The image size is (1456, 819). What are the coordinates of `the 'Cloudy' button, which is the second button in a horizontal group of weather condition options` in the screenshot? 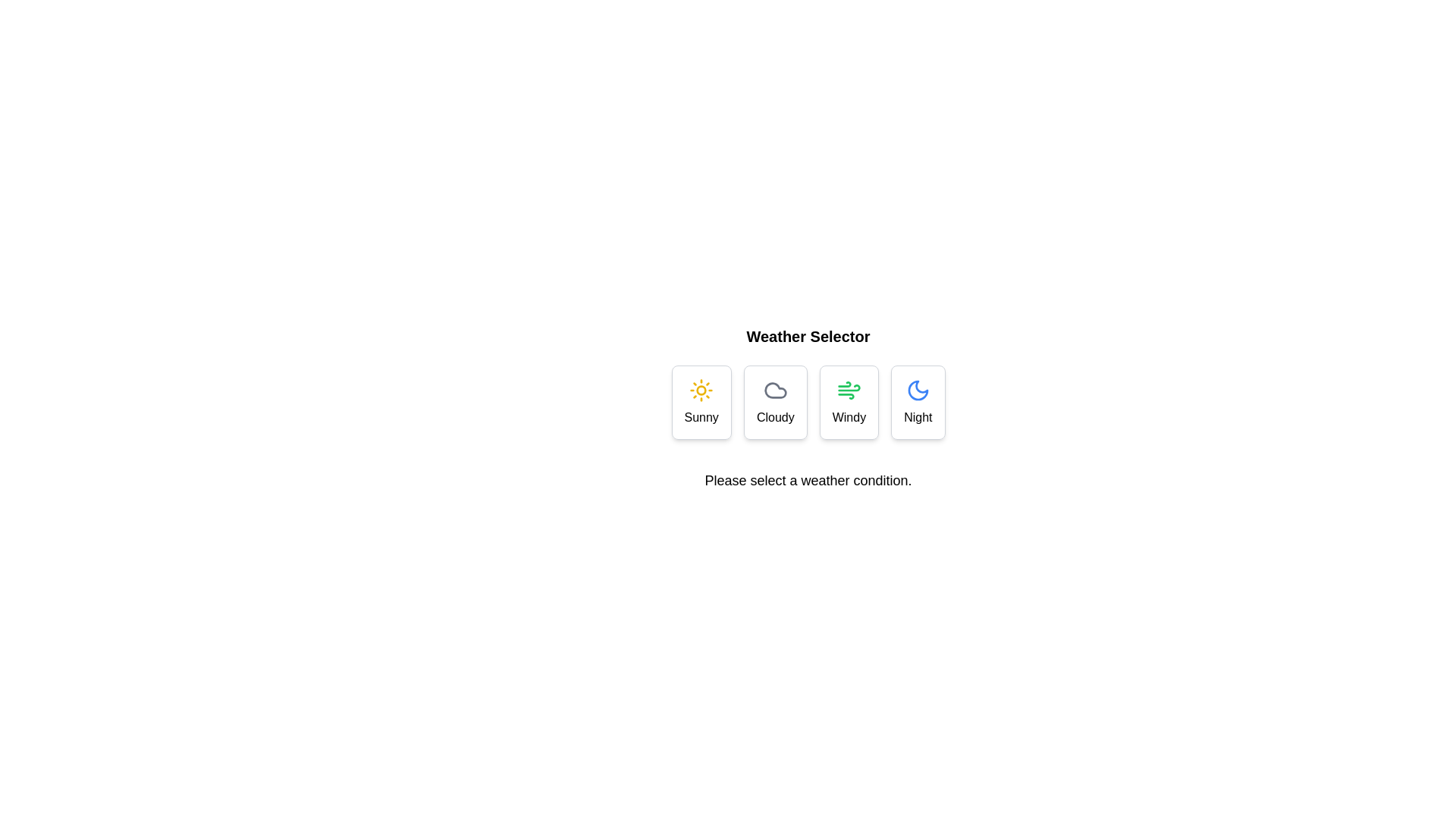 It's located at (775, 402).